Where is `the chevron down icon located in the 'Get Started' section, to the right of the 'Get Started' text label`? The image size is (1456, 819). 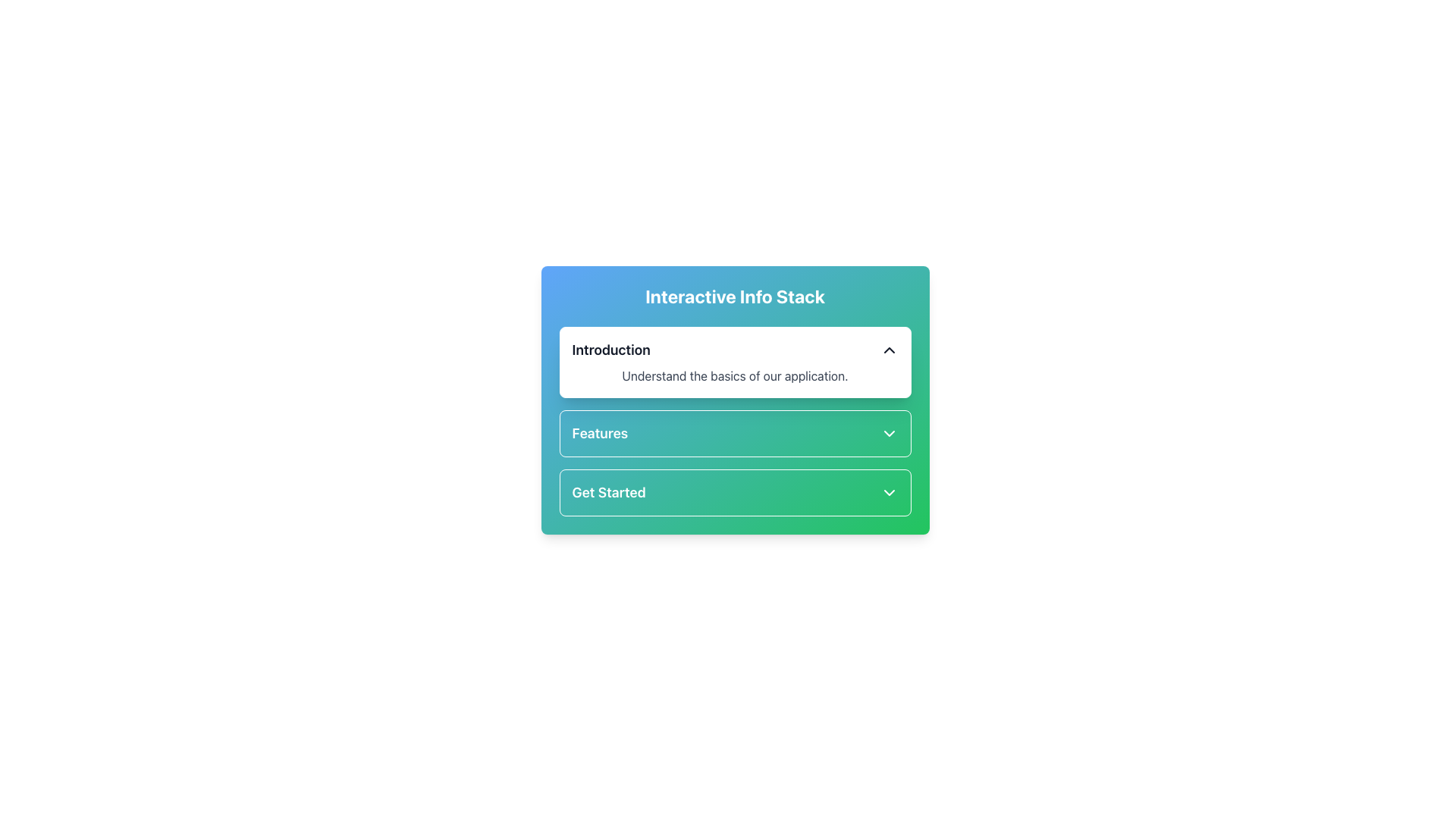 the chevron down icon located in the 'Get Started' section, to the right of the 'Get Started' text label is located at coordinates (889, 493).